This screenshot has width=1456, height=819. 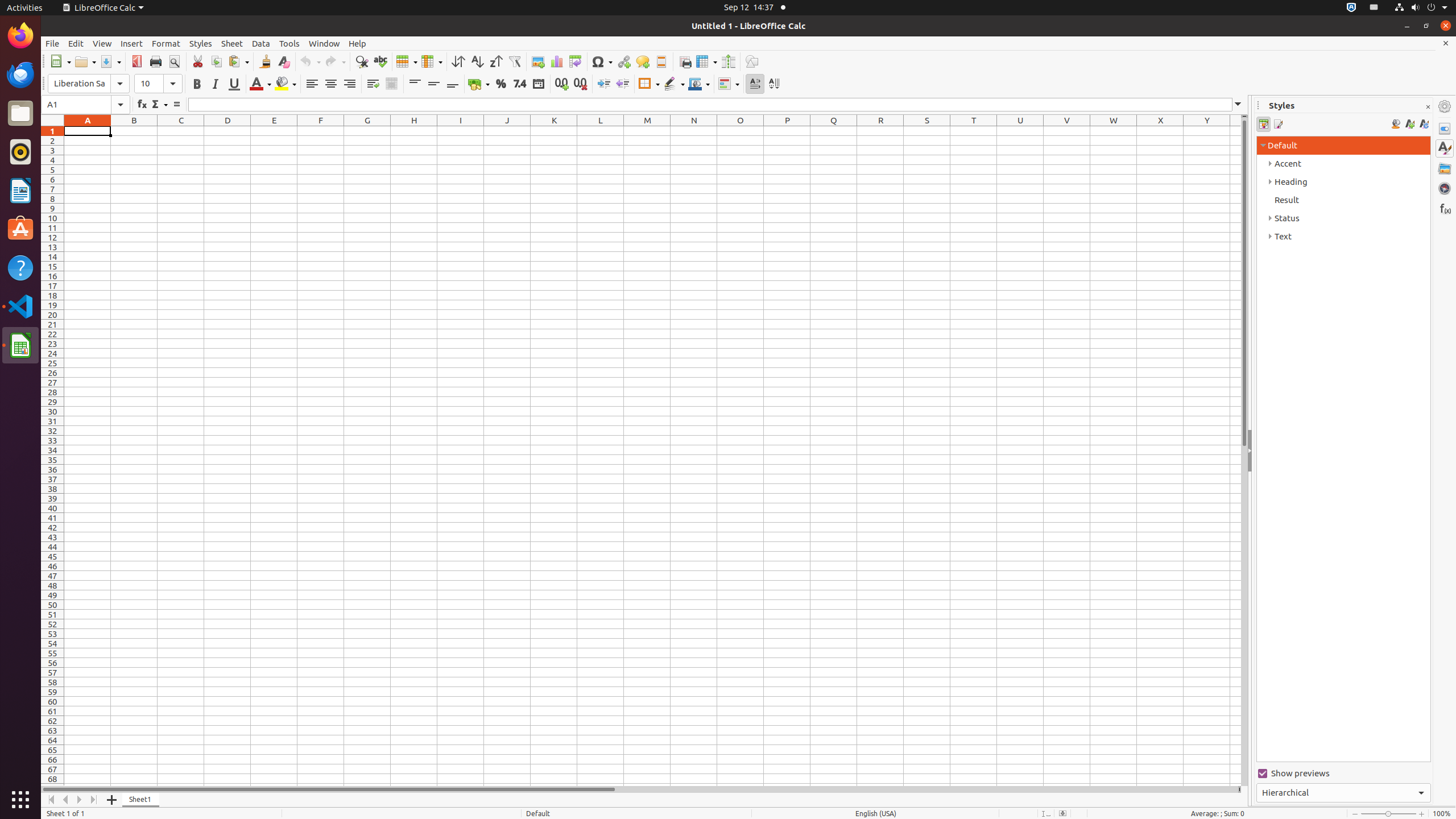 I want to click on 'Headers and Footers', so click(x=660, y=61).